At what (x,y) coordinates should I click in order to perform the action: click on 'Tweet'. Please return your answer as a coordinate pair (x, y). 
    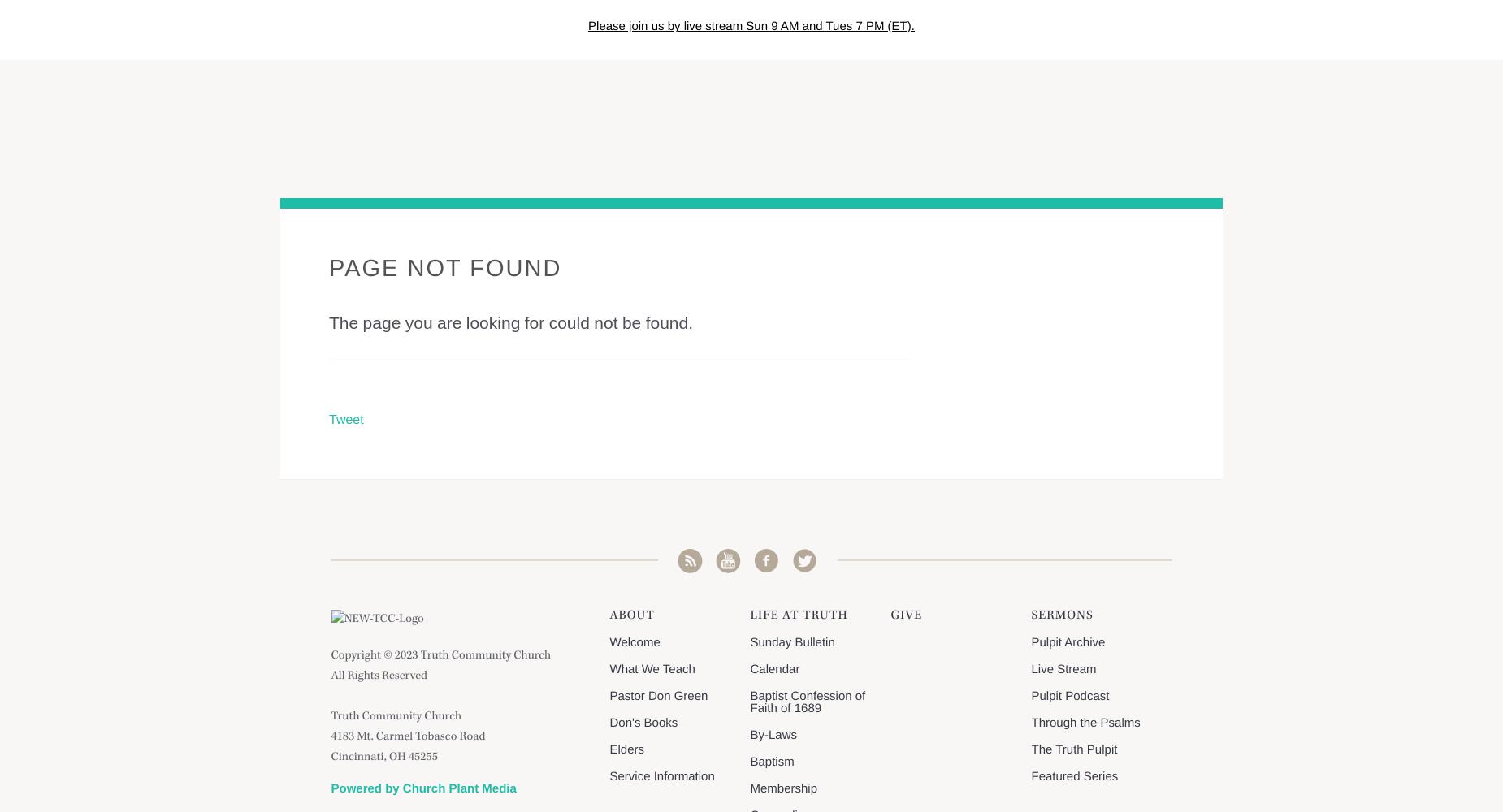
    Looking at the image, I should click on (345, 420).